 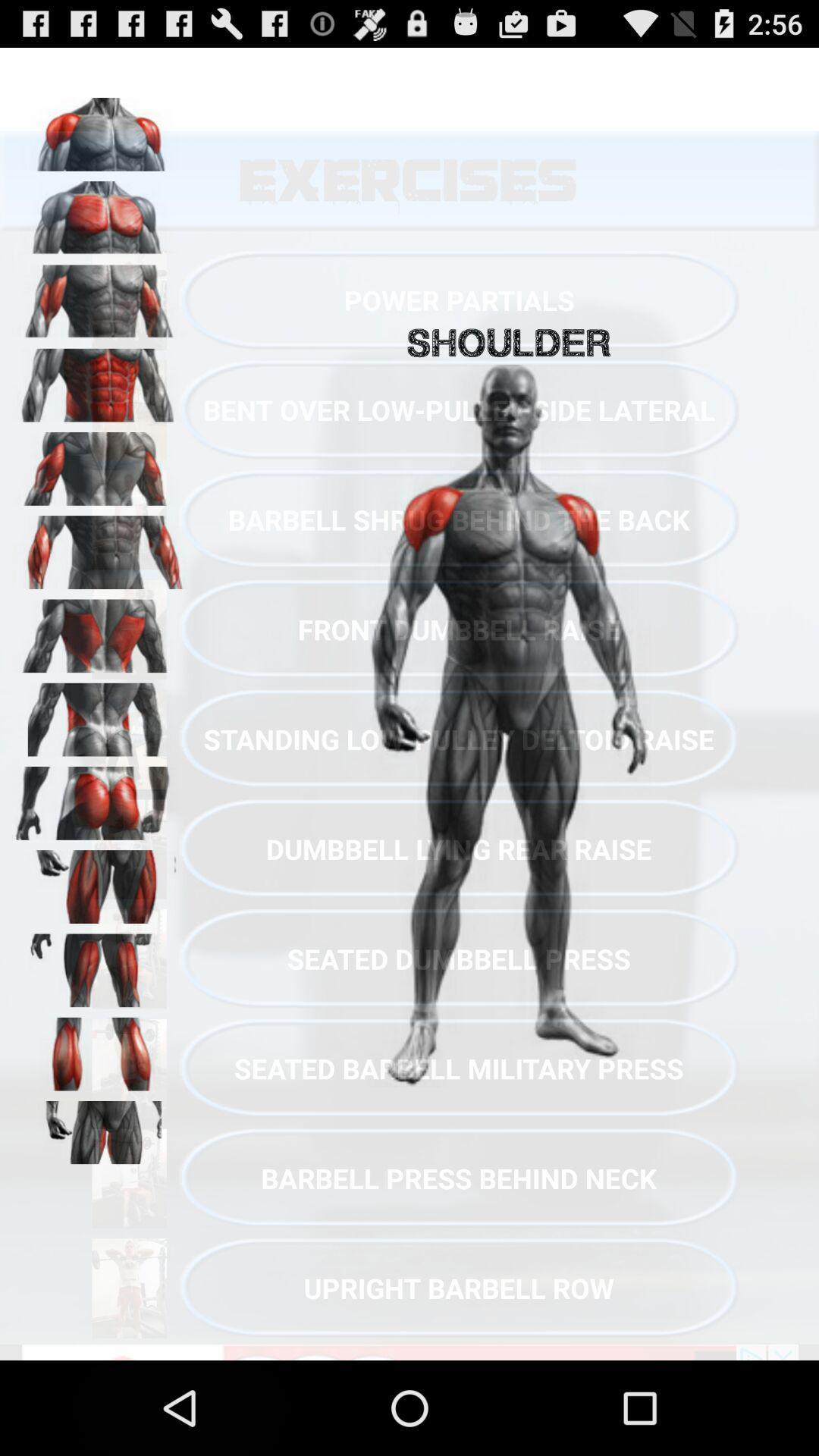 I want to click on shoulder, so click(x=99, y=129).